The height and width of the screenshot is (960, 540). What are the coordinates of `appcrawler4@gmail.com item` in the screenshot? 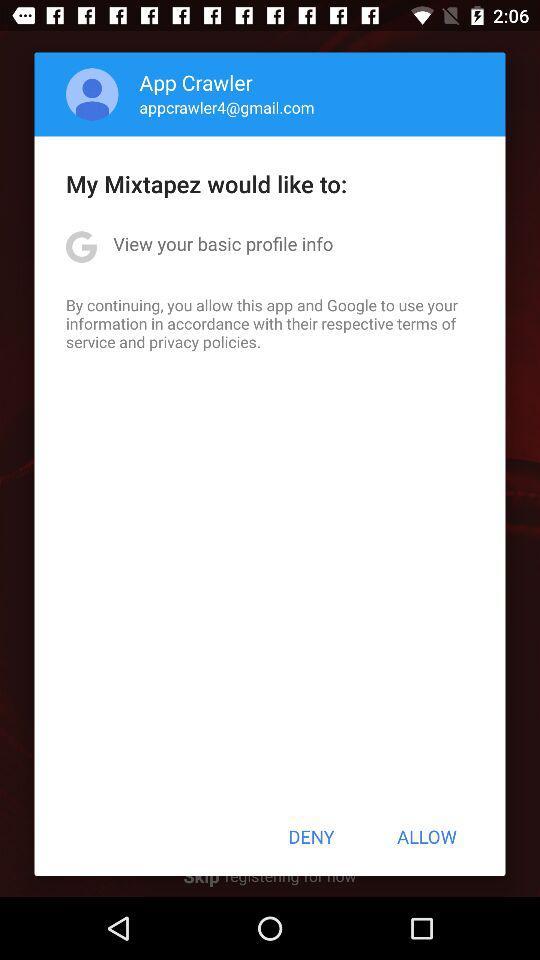 It's located at (226, 107).